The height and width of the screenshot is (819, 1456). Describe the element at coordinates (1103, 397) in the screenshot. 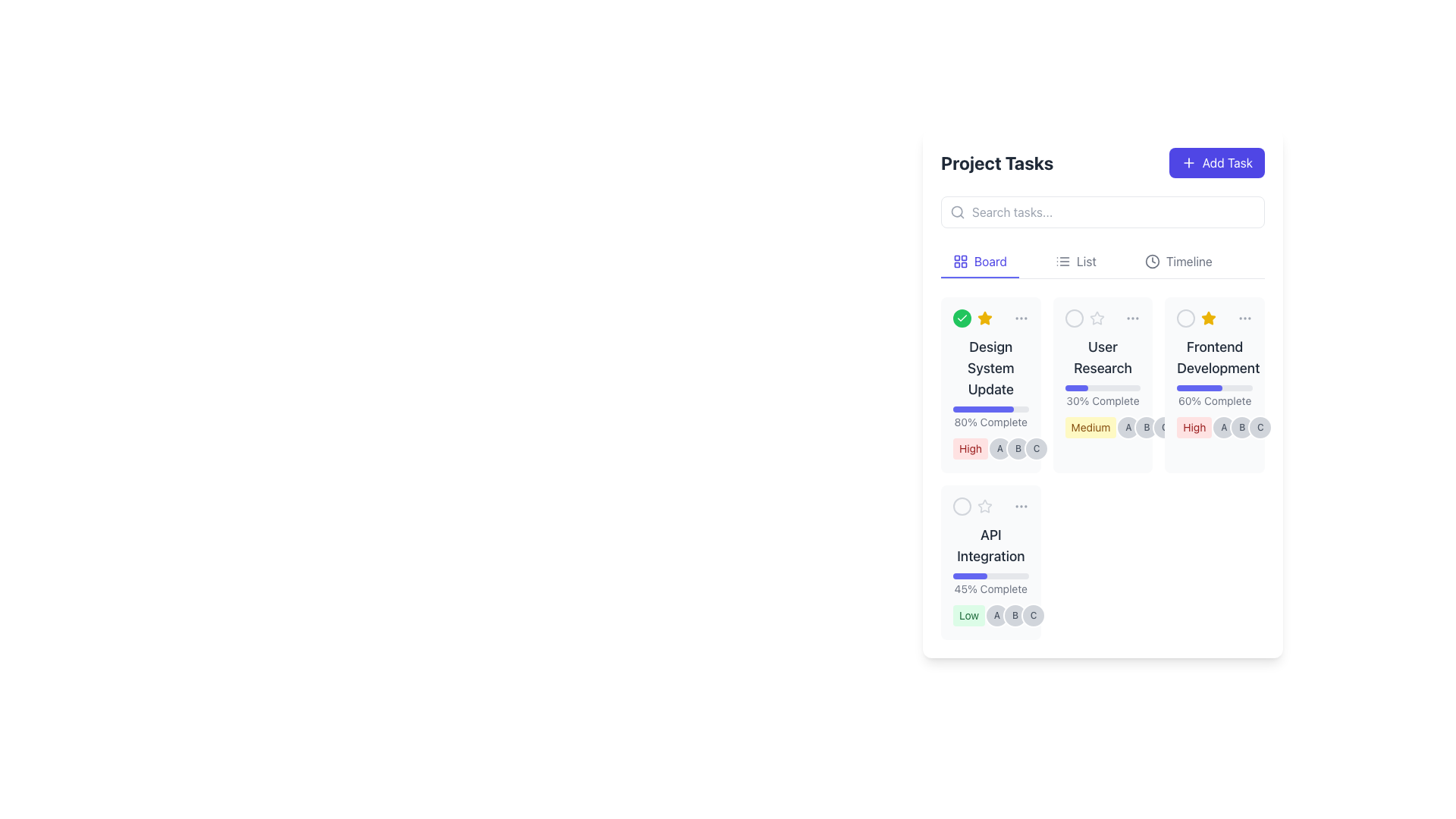

I see `the static text label displaying '30% Complete' located below the progress bar in the task board view for the 'User Research' task` at that location.